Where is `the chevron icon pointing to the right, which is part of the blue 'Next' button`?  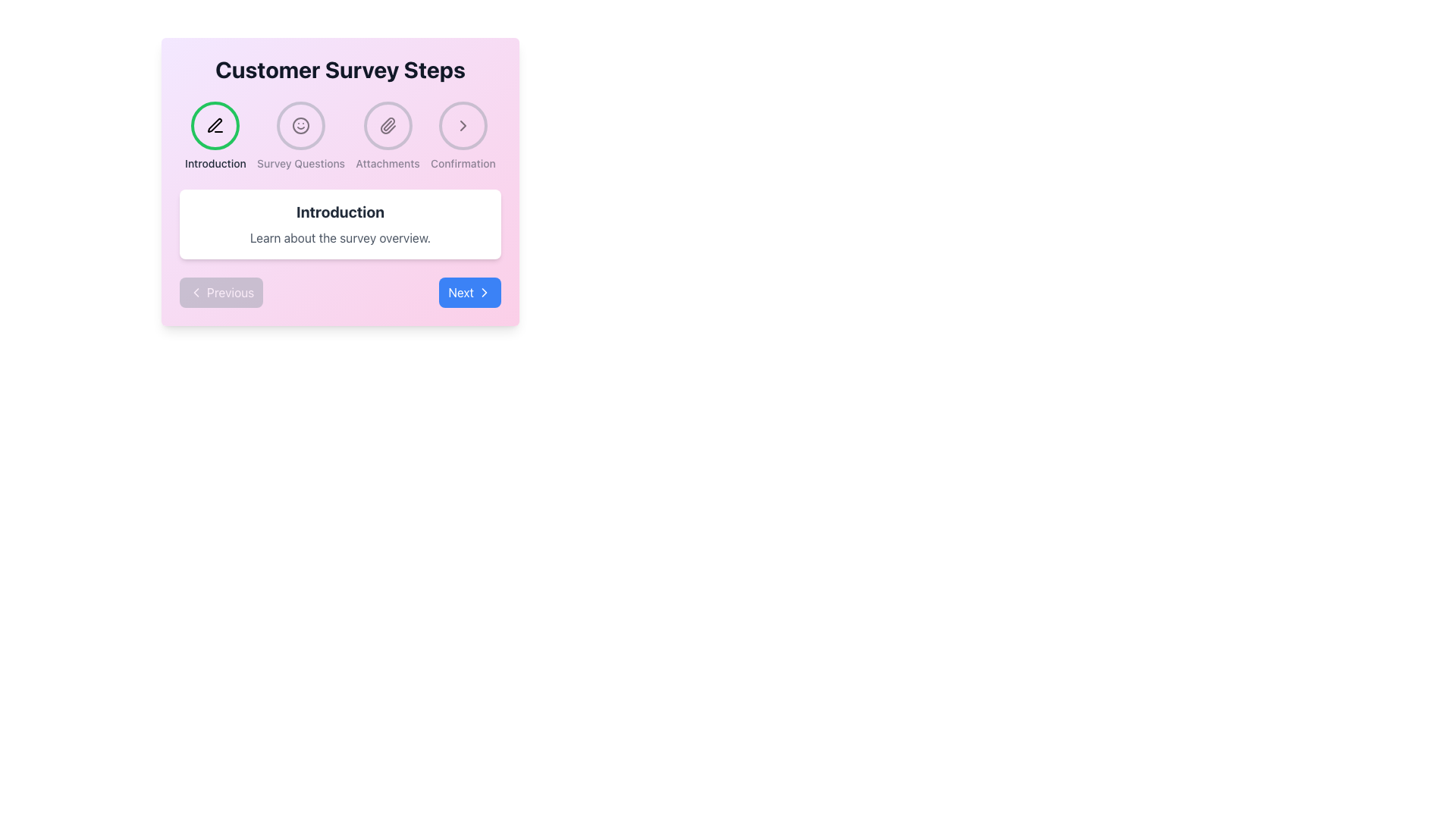
the chevron icon pointing to the right, which is part of the blue 'Next' button is located at coordinates (483, 292).